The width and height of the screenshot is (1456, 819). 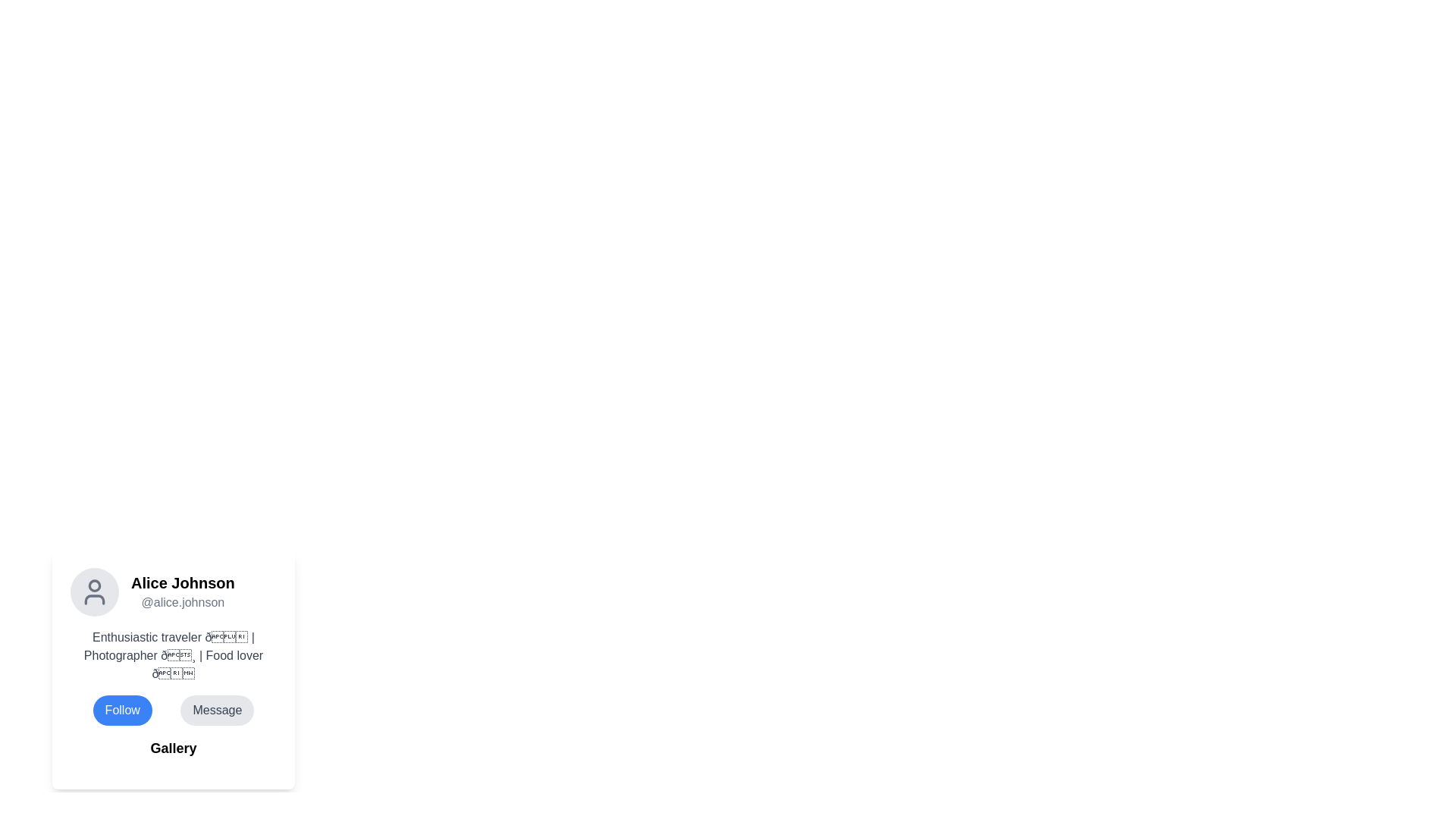 What do you see at coordinates (174, 748) in the screenshot?
I see `the 'Gallery' text label, which is styled in bold black font and positioned below the 'Follow' and 'Message' buttons in the user's profile section` at bounding box center [174, 748].